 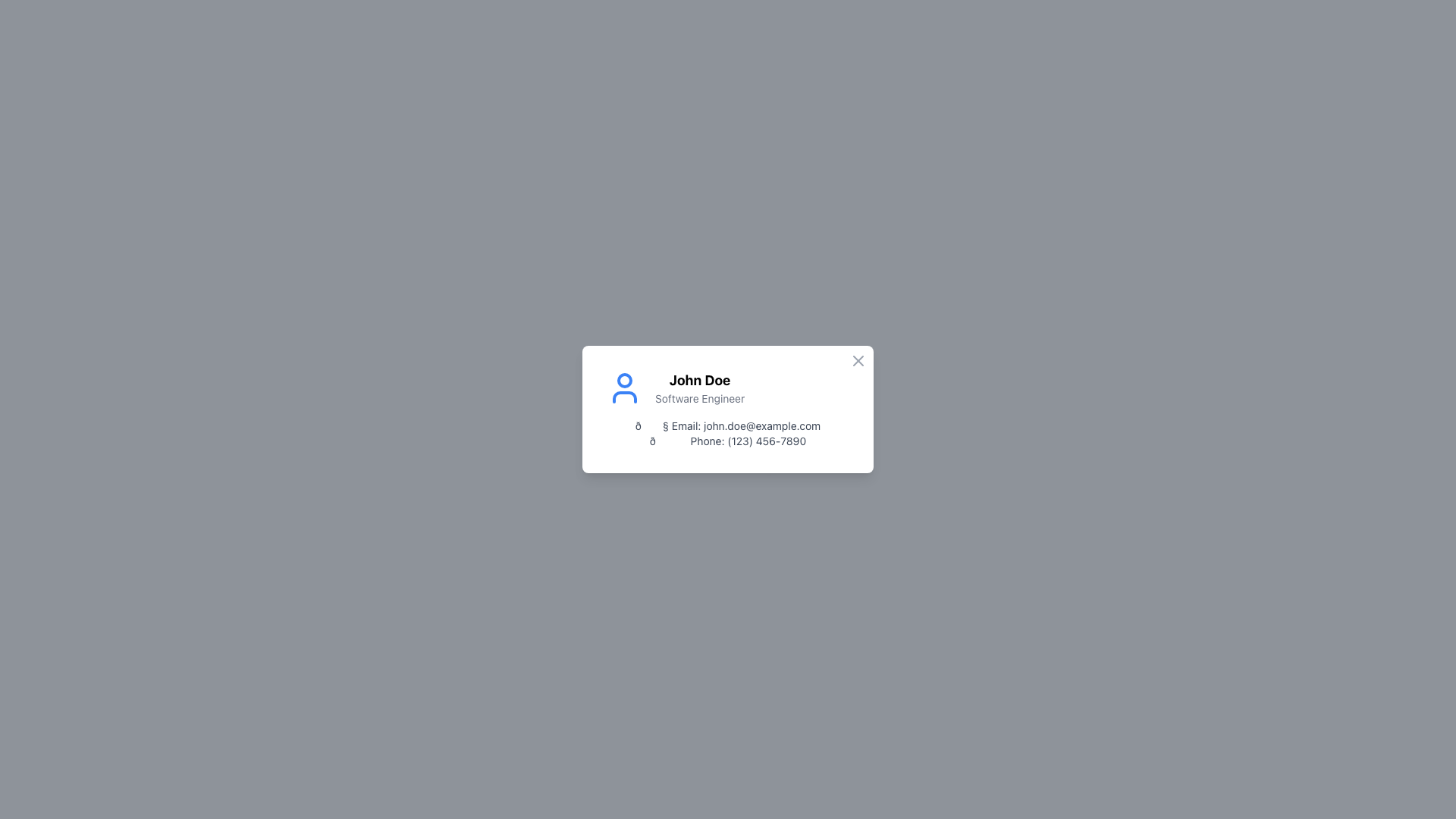 I want to click on the Close Icon (X shaped graphic) located in the top-right corner of the user information card to provide visual feedback, so click(x=858, y=360).